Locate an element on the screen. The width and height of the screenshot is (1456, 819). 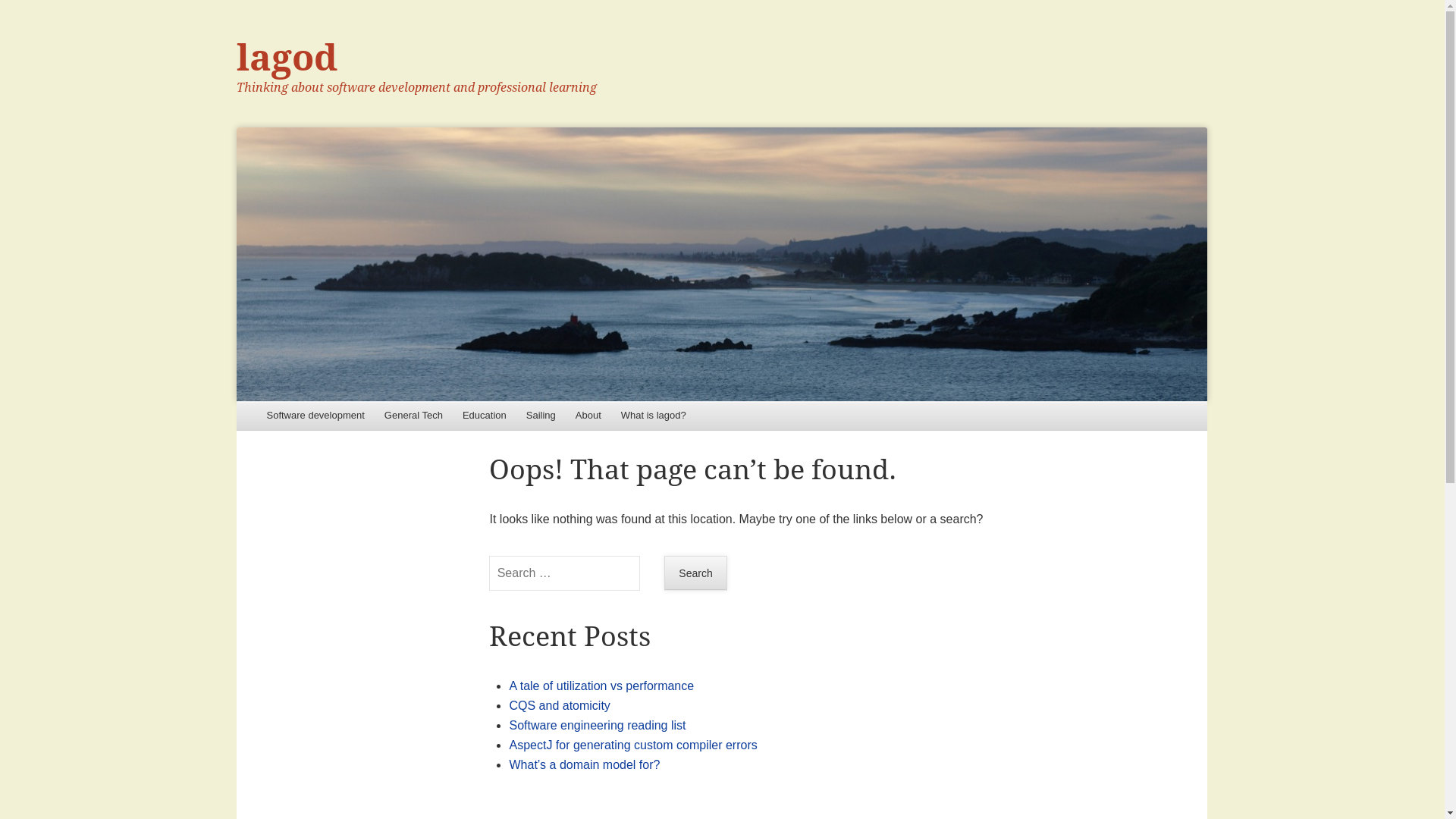
'What is lagod?' is located at coordinates (611, 416).